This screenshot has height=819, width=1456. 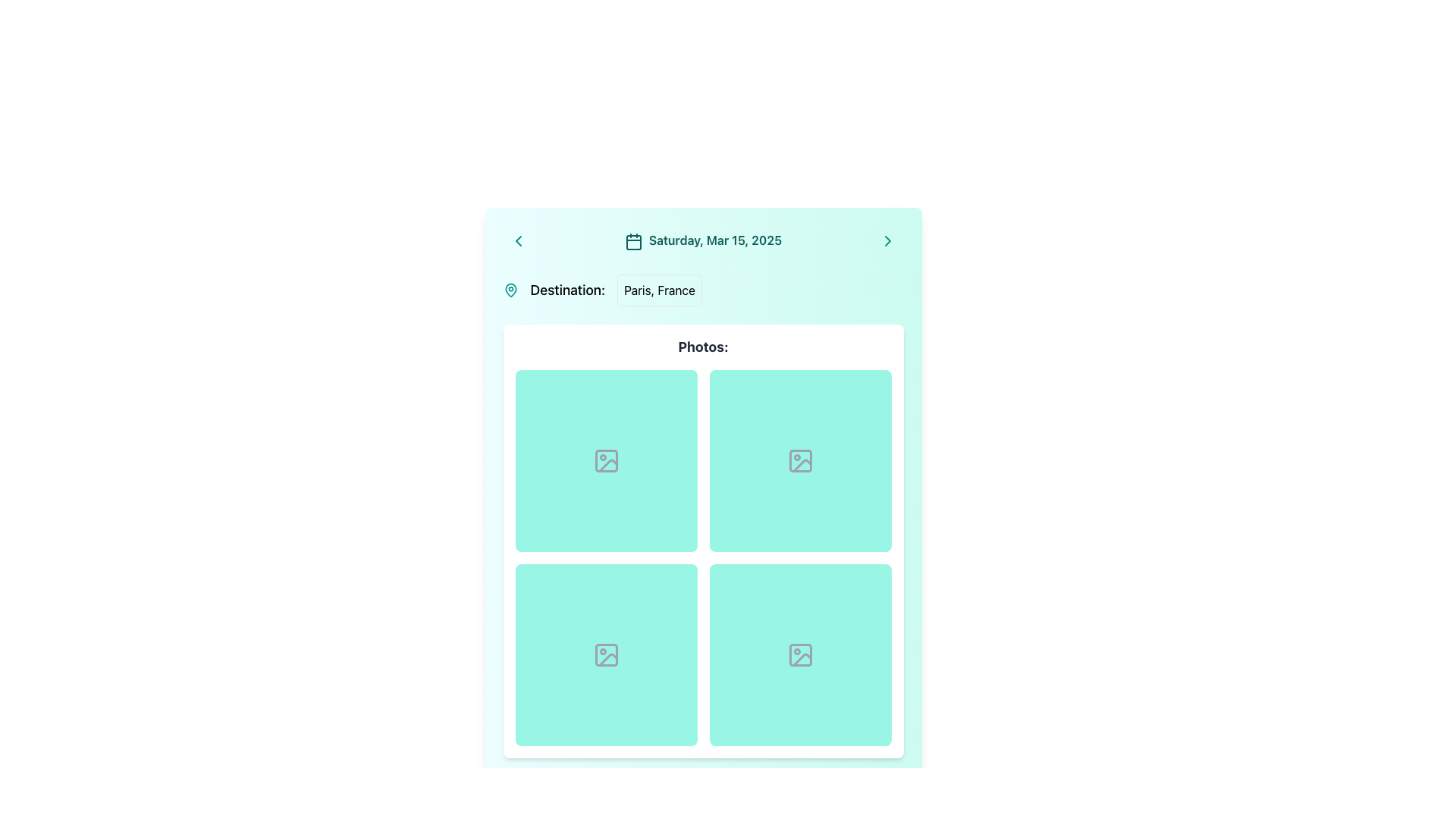 What do you see at coordinates (799, 654) in the screenshot?
I see `the image upload icon located in the bottom-right corner of the Photos section` at bounding box center [799, 654].